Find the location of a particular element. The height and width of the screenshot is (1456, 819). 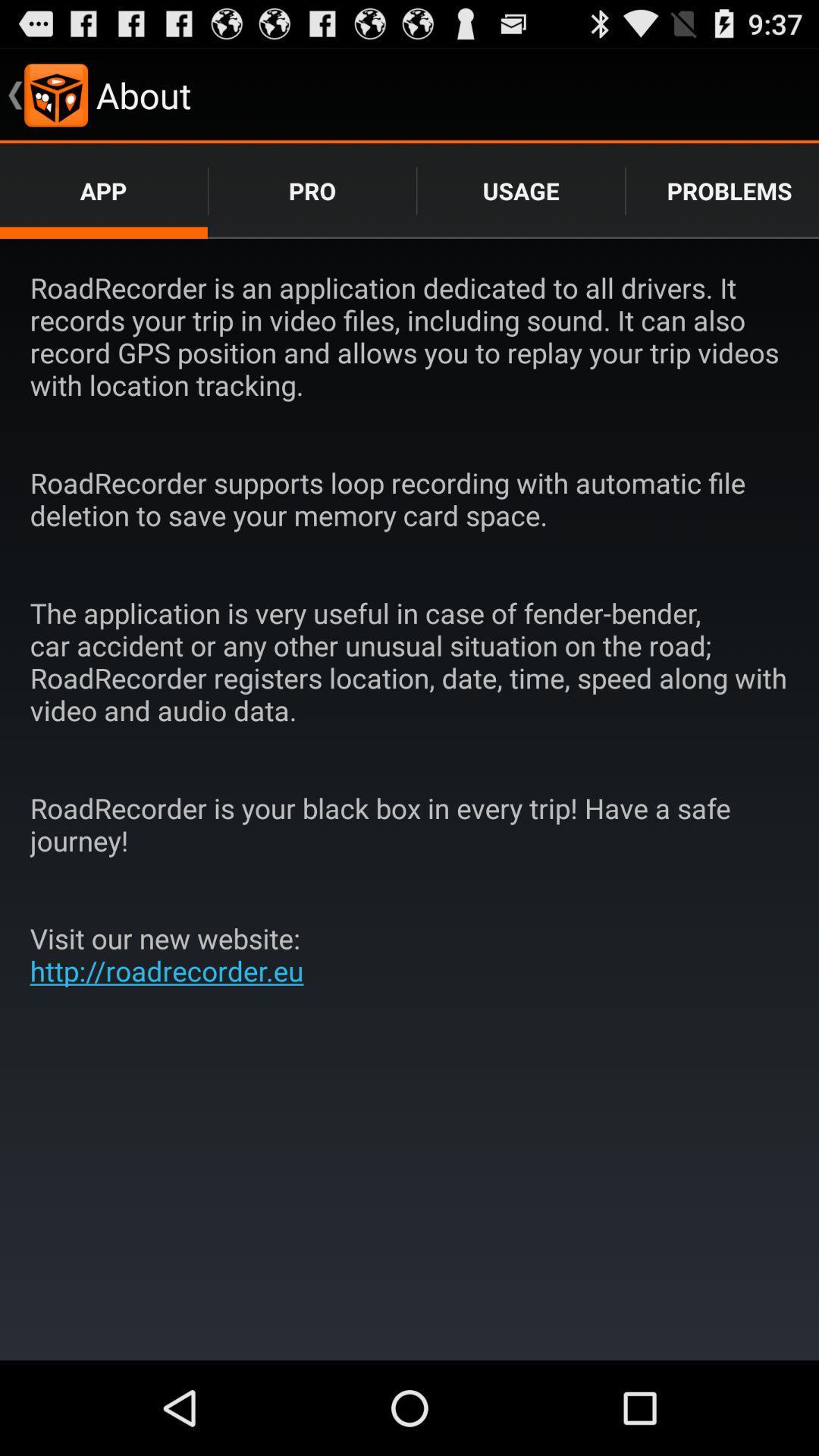

visit our new item is located at coordinates (171, 953).